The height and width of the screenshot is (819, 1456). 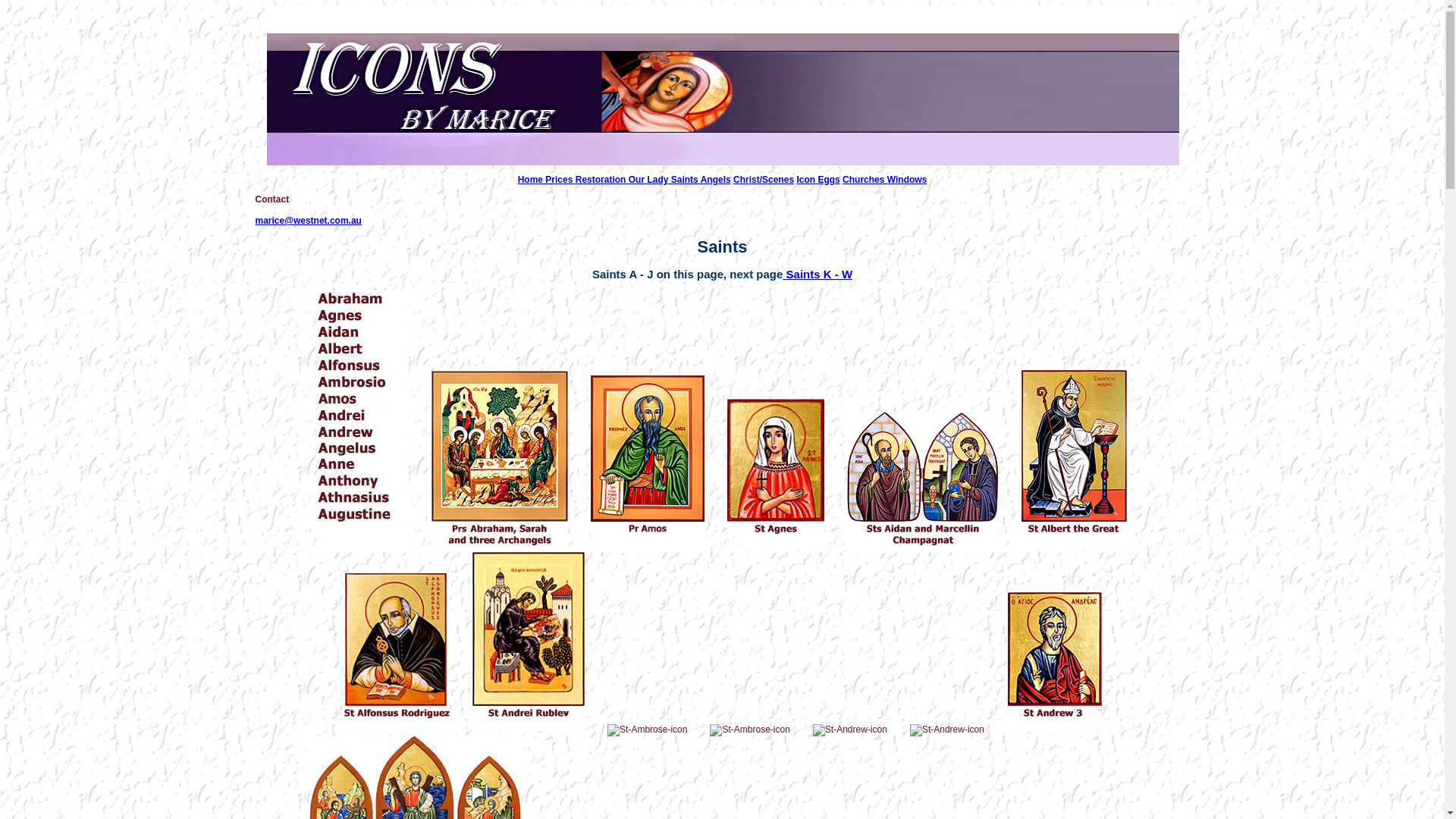 I want to click on 'Churches', so click(x=864, y=178).